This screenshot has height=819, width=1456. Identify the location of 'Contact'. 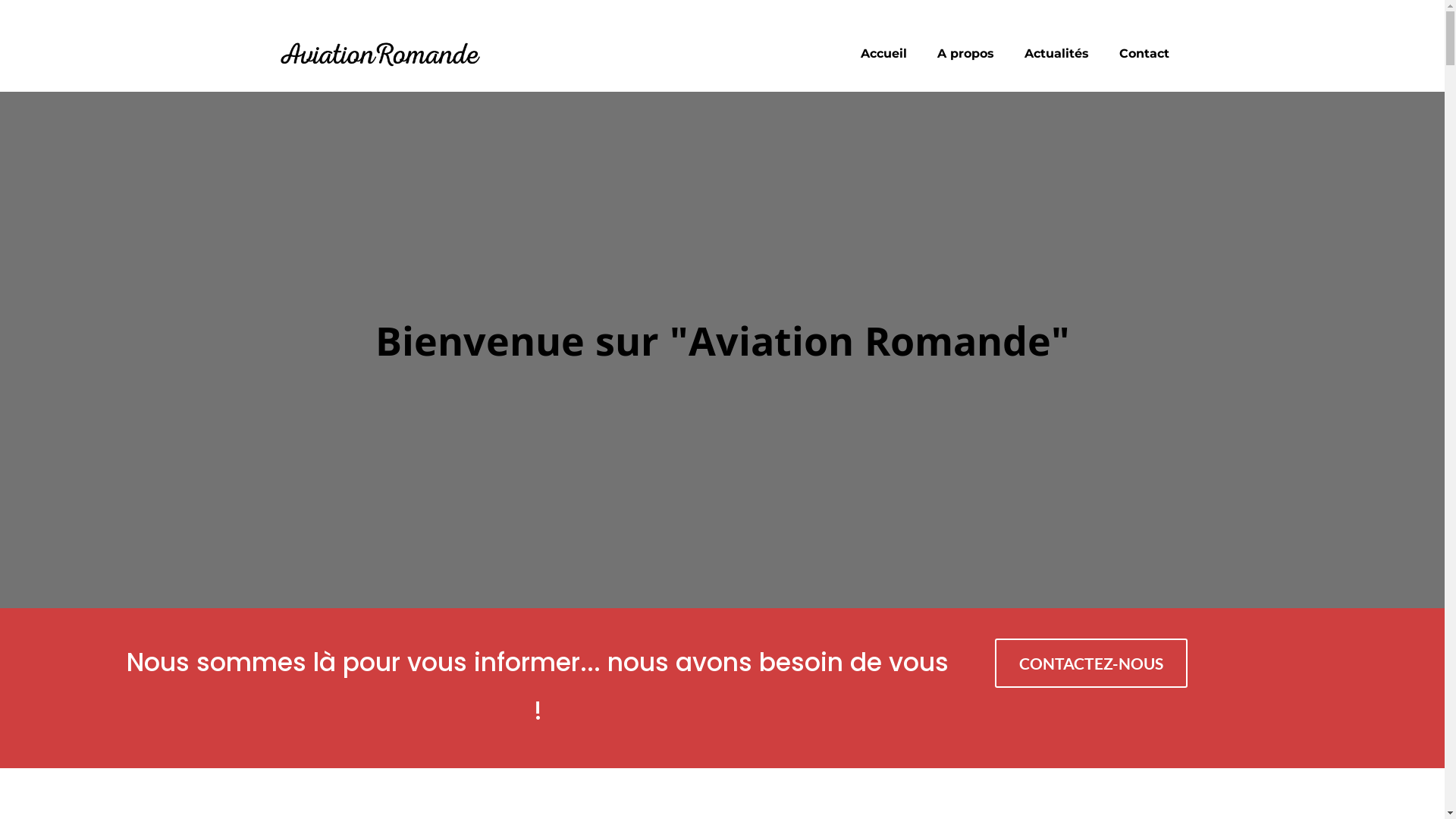
(1144, 52).